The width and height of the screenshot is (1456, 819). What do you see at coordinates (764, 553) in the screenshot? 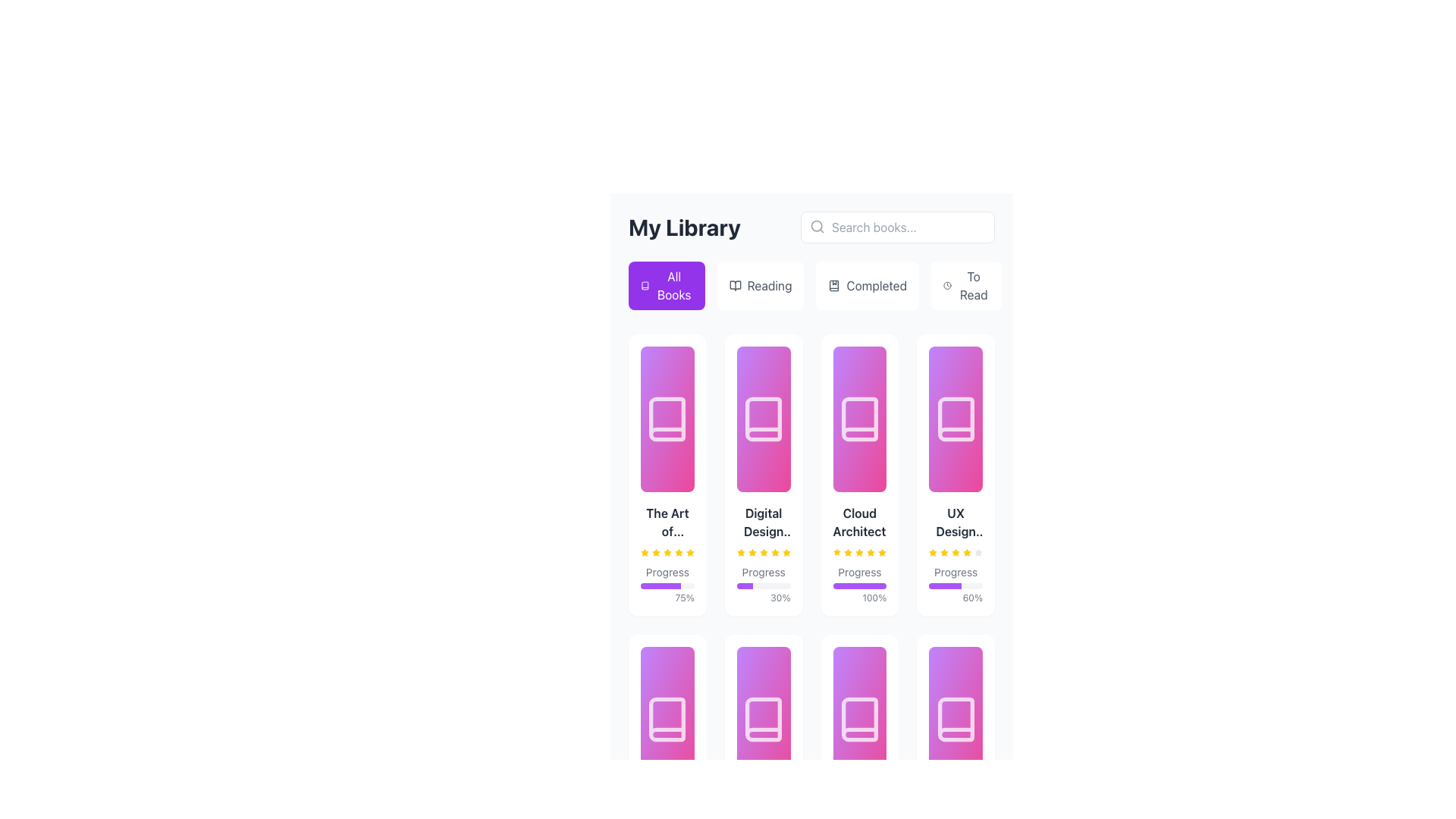
I see `the fourth yellow star icon used for rating, located beneath the title 'Digital Design' and above the text 'Progress'` at bounding box center [764, 553].